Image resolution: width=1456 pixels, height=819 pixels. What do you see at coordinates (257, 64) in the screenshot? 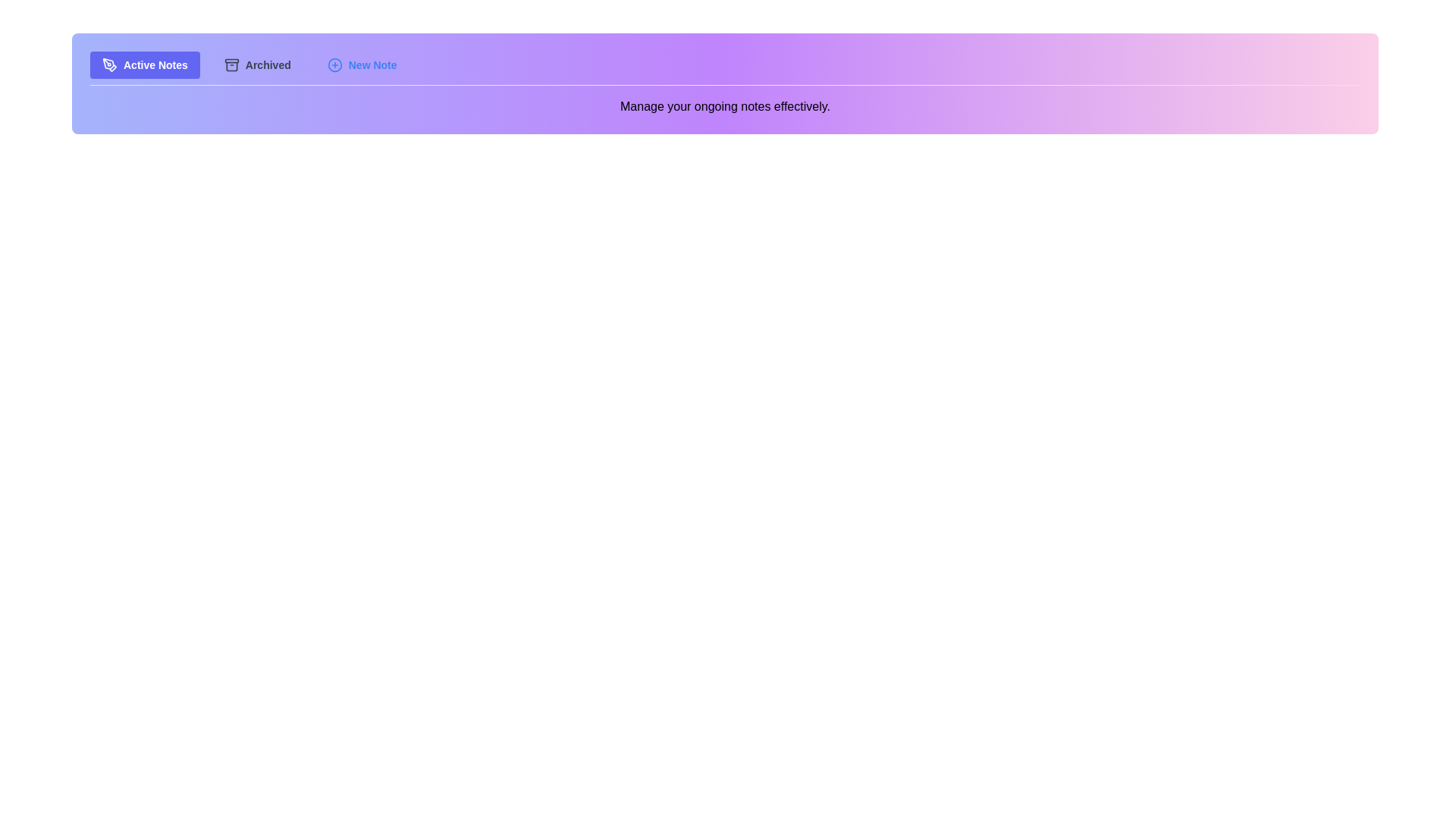
I see `the Archived tab` at bounding box center [257, 64].